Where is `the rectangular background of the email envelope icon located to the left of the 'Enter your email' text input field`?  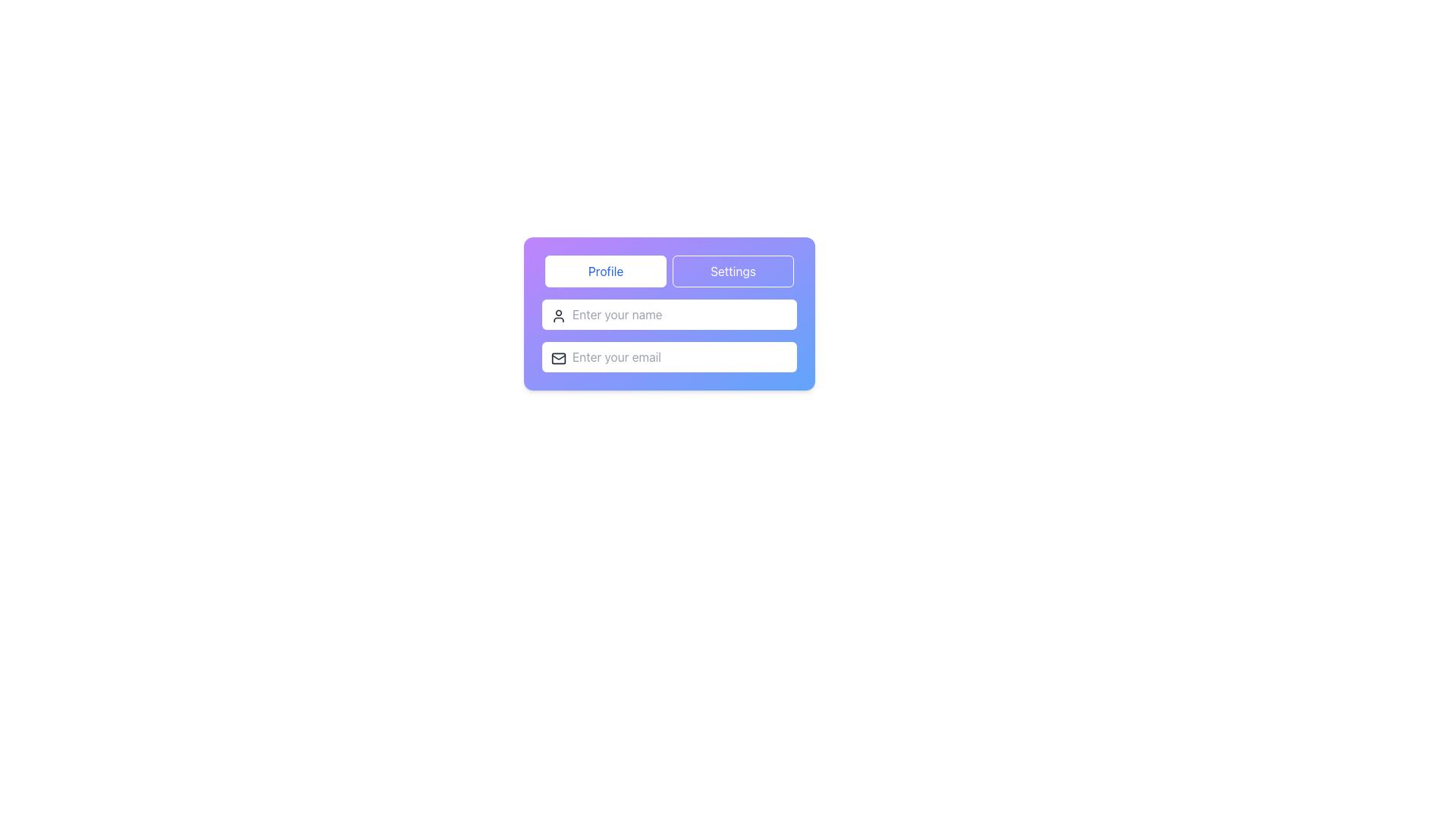 the rectangular background of the email envelope icon located to the left of the 'Enter your email' text input field is located at coordinates (558, 359).